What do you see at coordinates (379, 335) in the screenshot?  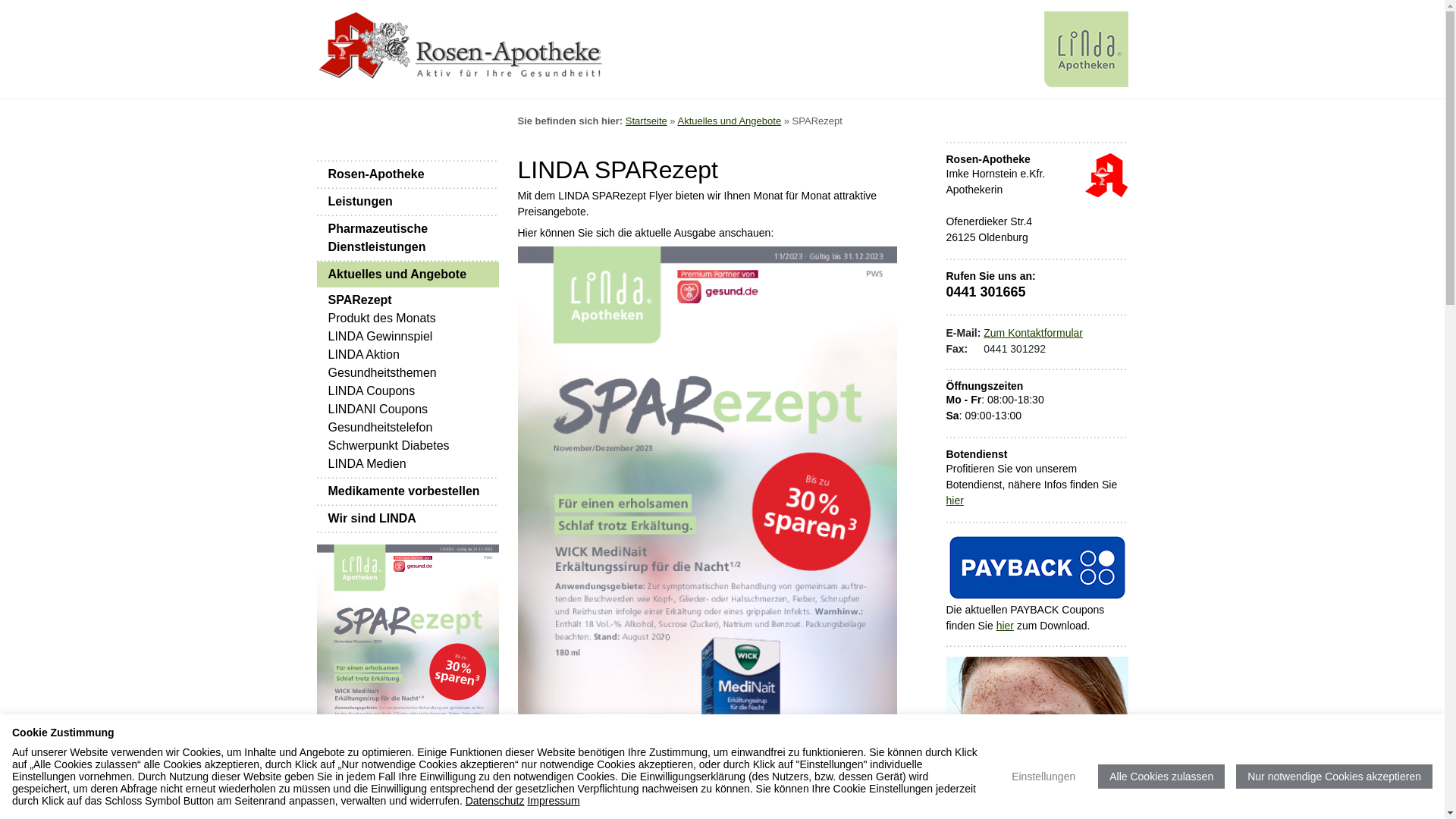 I see `'LINDA Gewinnspiel'` at bounding box center [379, 335].